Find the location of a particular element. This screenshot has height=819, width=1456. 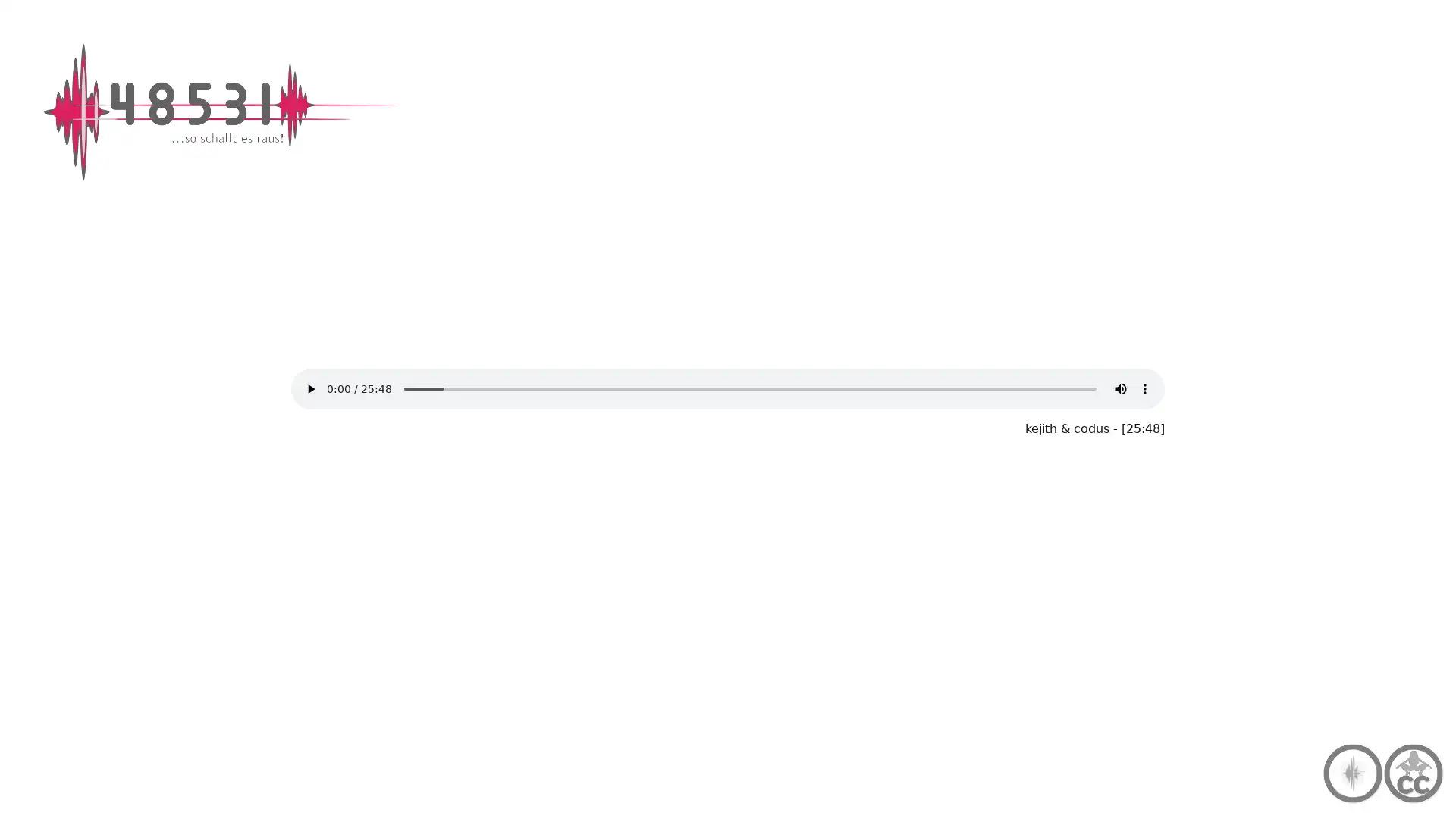

play is located at coordinates (309, 388).